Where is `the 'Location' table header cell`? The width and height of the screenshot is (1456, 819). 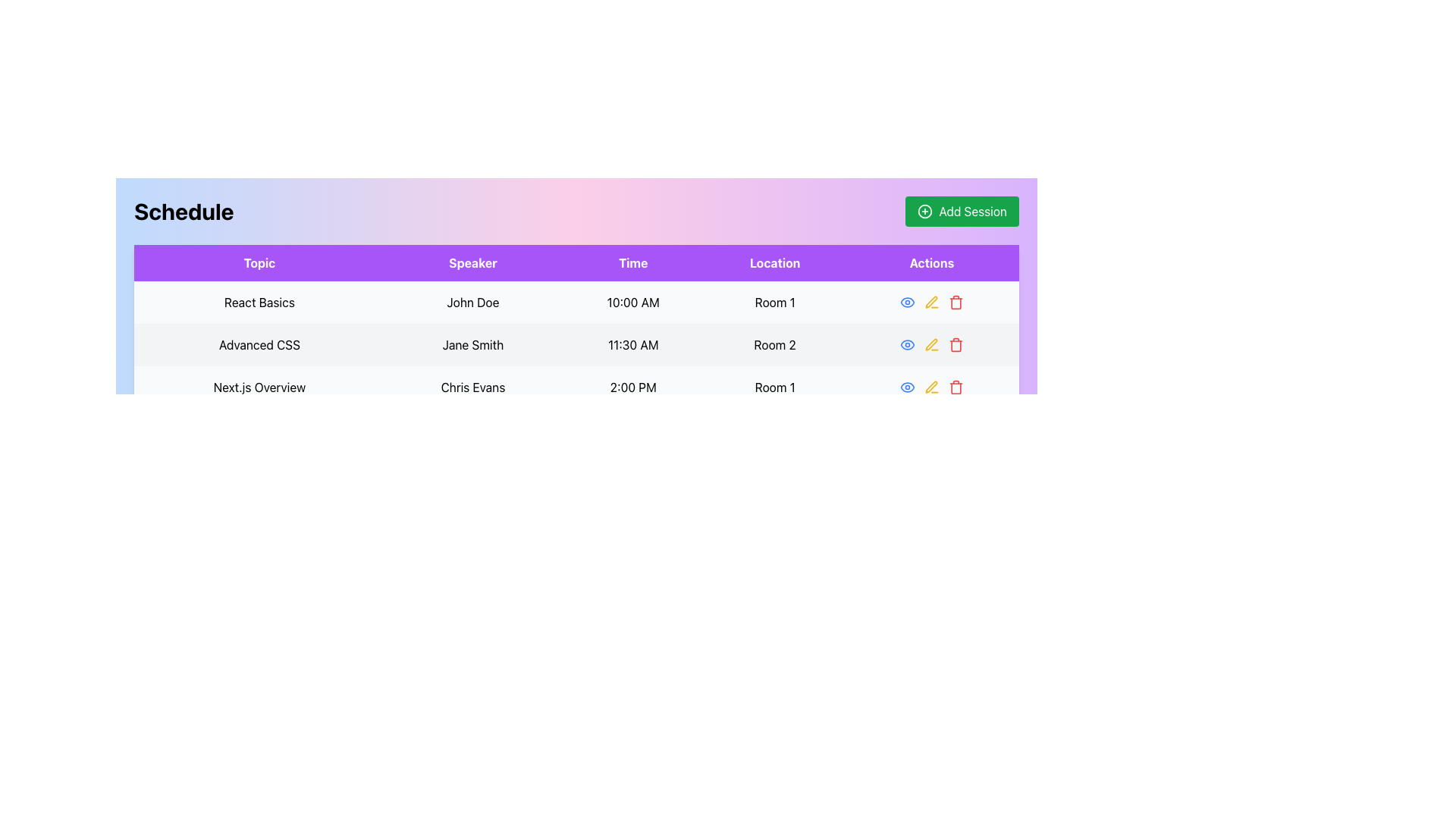 the 'Location' table header cell is located at coordinates (775, 262).